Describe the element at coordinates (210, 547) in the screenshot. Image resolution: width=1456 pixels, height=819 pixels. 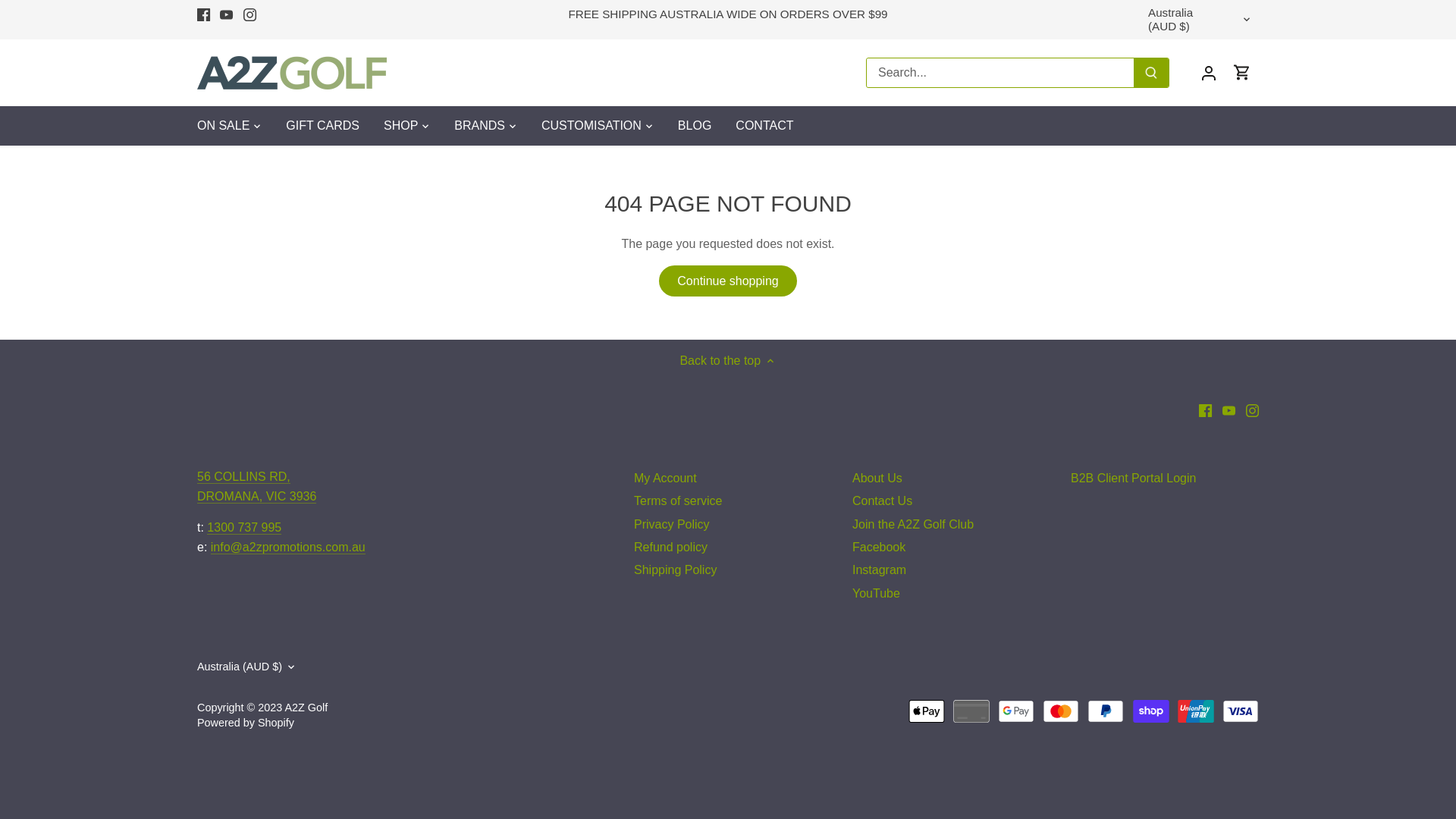
I see `'info@a2zpromotions.com.au'` at that location.